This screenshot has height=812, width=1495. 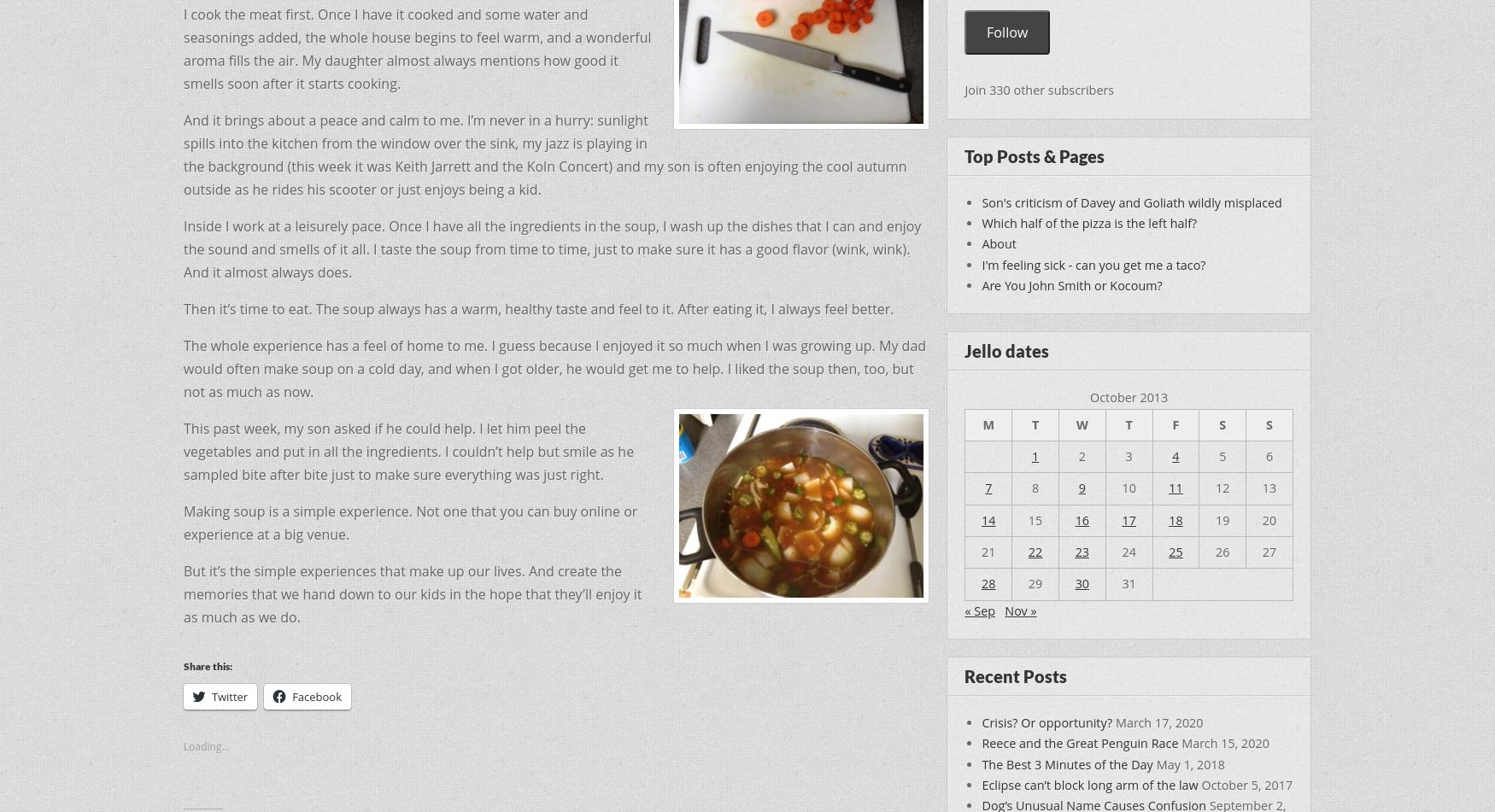 I want to click on '28', so click(x=987, y=582).